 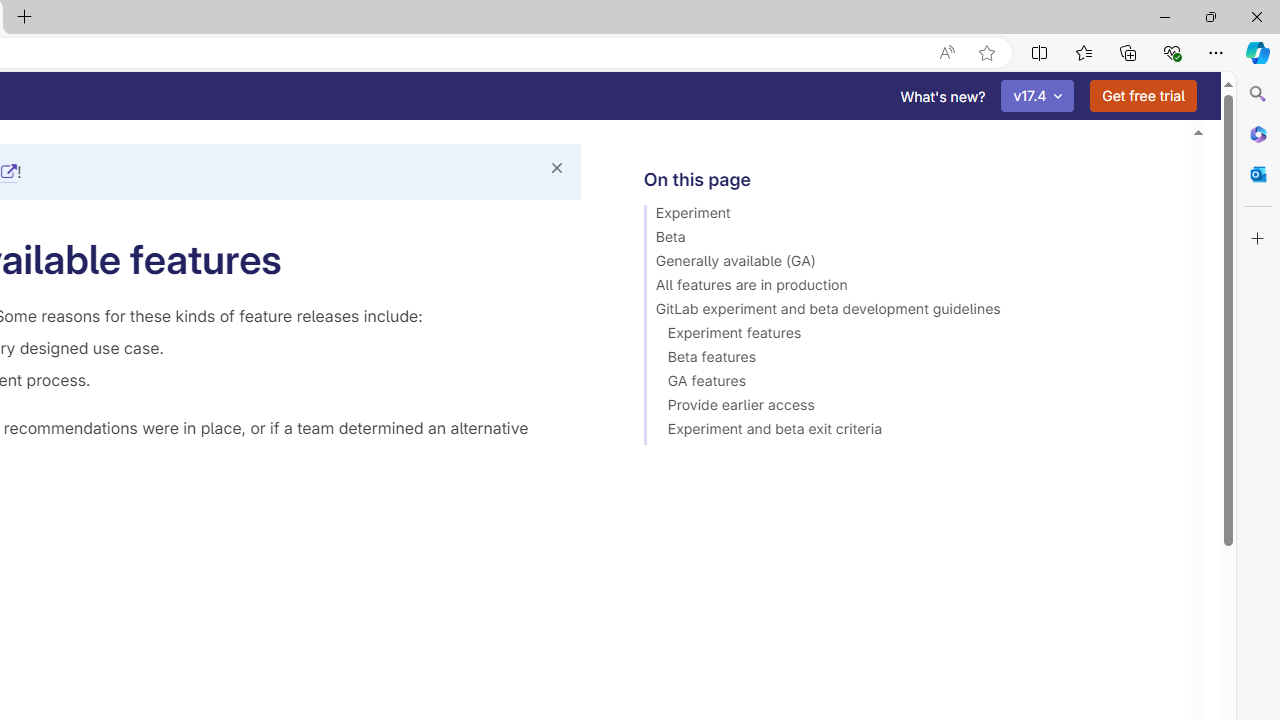 What do you see at coordinates (907, 288) in the screenshot?
I see `'All features are in production'` at bounding box center [907, 288].